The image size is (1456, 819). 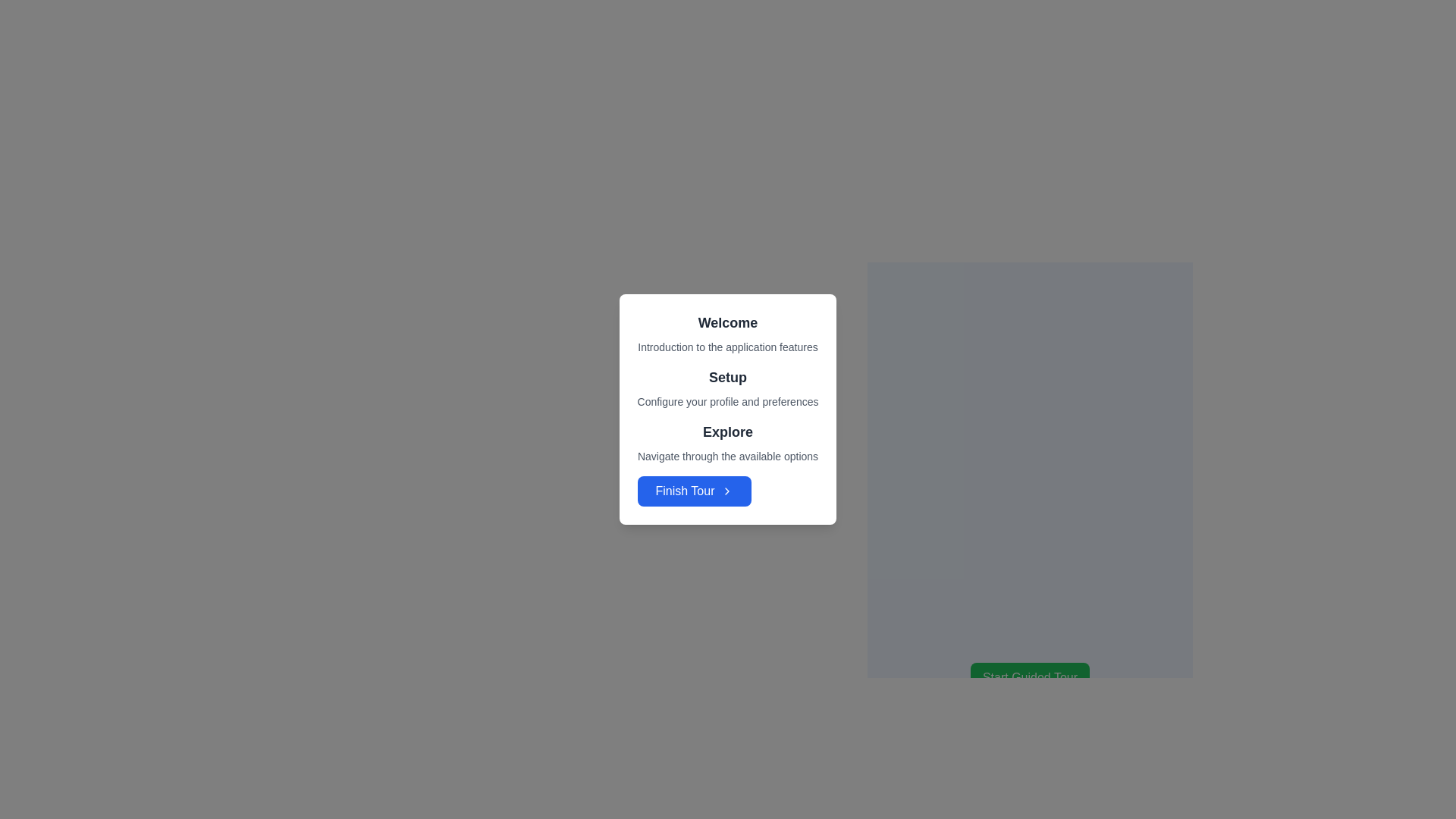 I want to click on text header that displays 'Welcome', which is a bold-text headline in large dark gray font, centrally positioned near the top of the application's interface, so click(x=728, y=322).